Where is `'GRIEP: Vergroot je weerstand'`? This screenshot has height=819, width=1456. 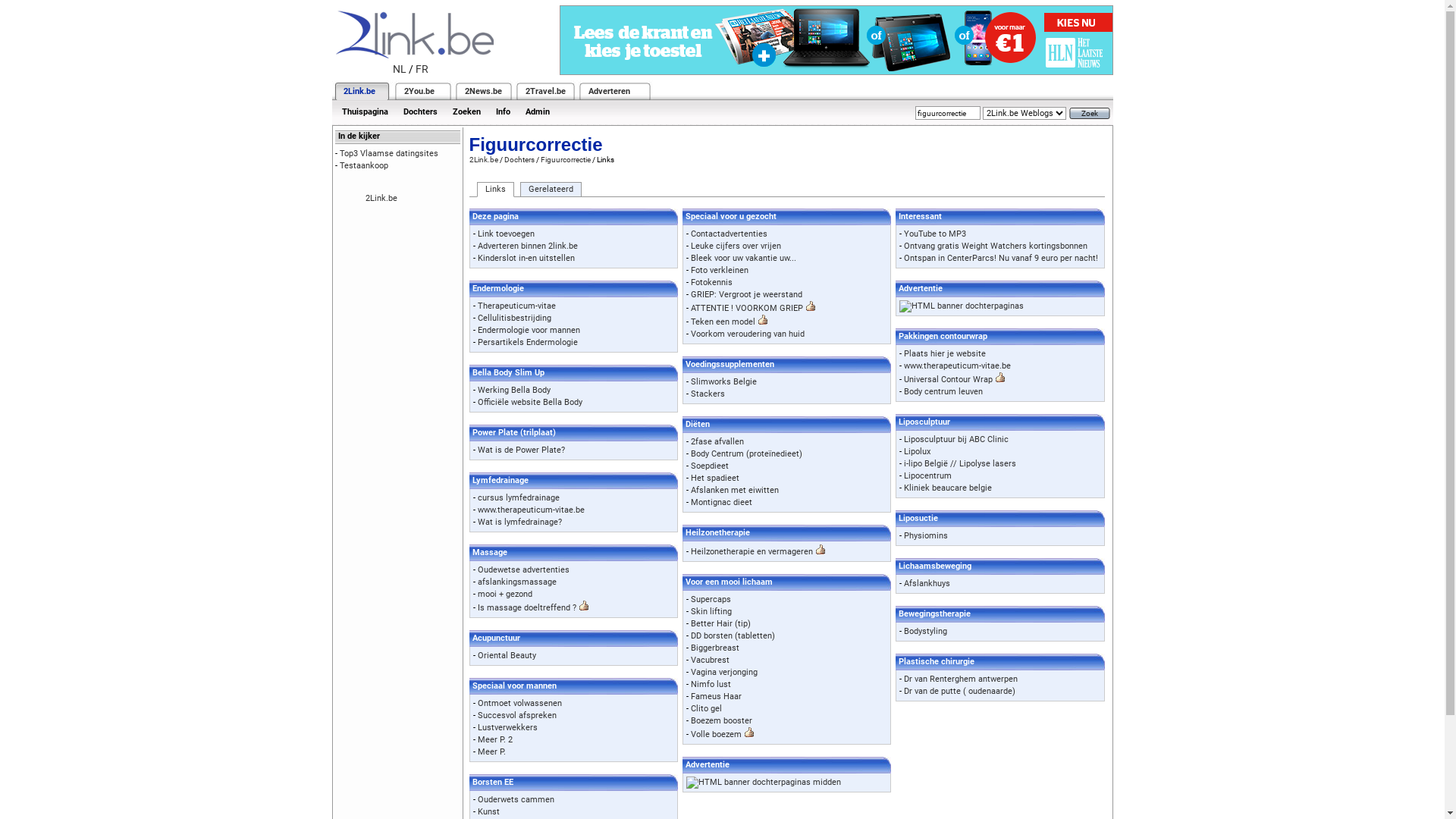 'GRIEP: Vergroot je weerstand' is located at coordinates (746, 294).